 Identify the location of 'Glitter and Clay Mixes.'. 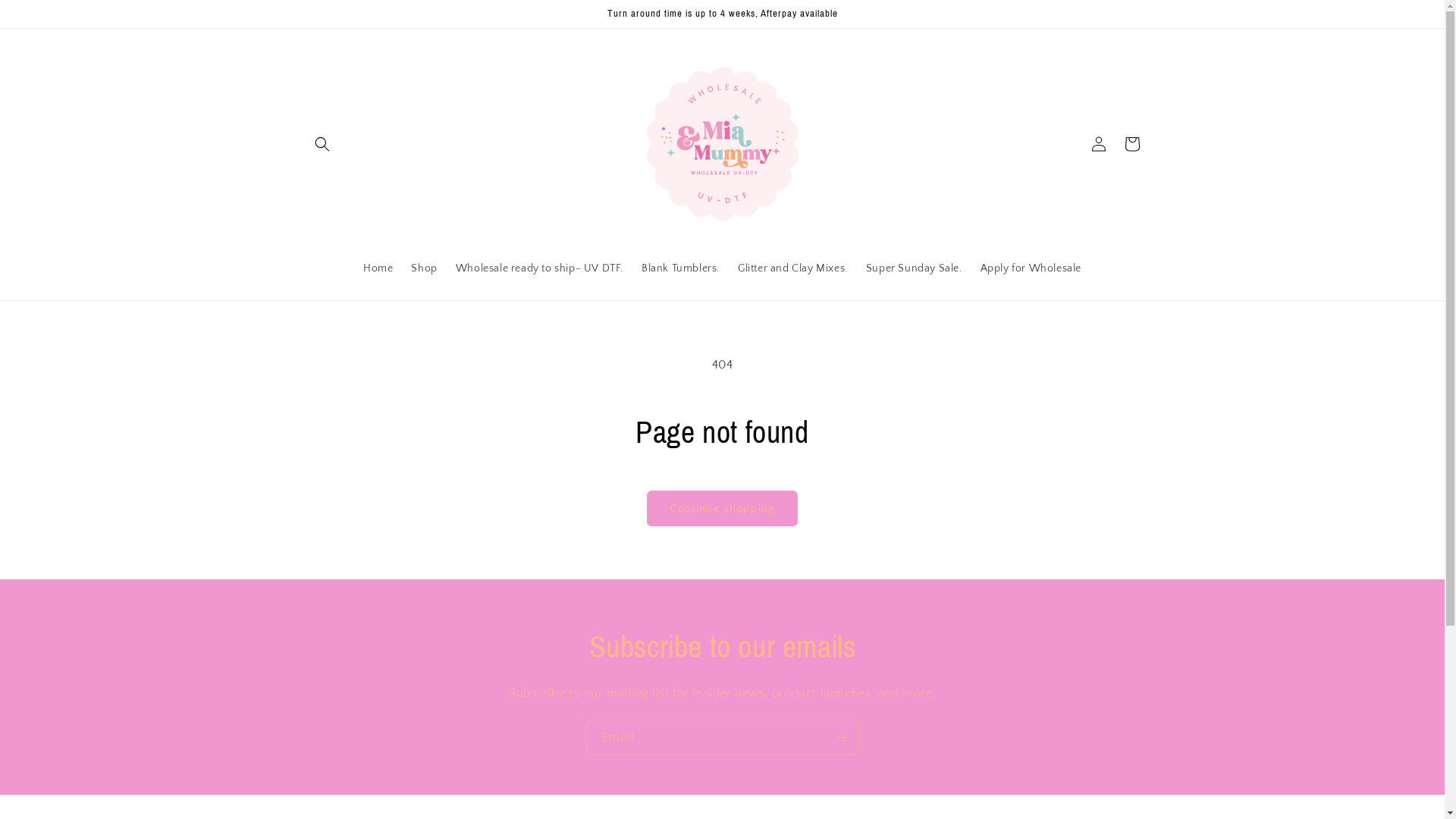
(792, 268).